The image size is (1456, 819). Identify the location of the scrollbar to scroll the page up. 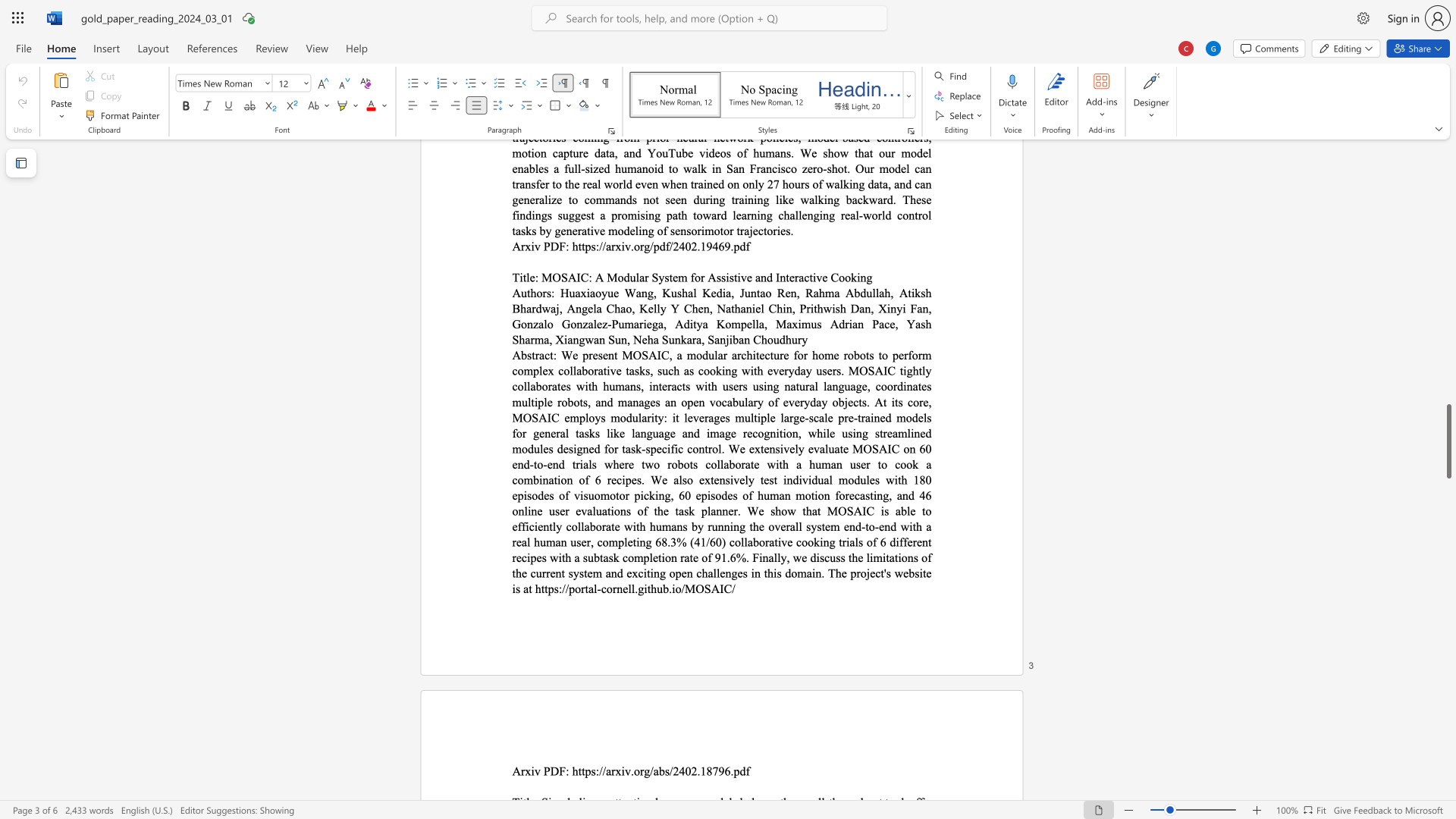
(1448, 485).